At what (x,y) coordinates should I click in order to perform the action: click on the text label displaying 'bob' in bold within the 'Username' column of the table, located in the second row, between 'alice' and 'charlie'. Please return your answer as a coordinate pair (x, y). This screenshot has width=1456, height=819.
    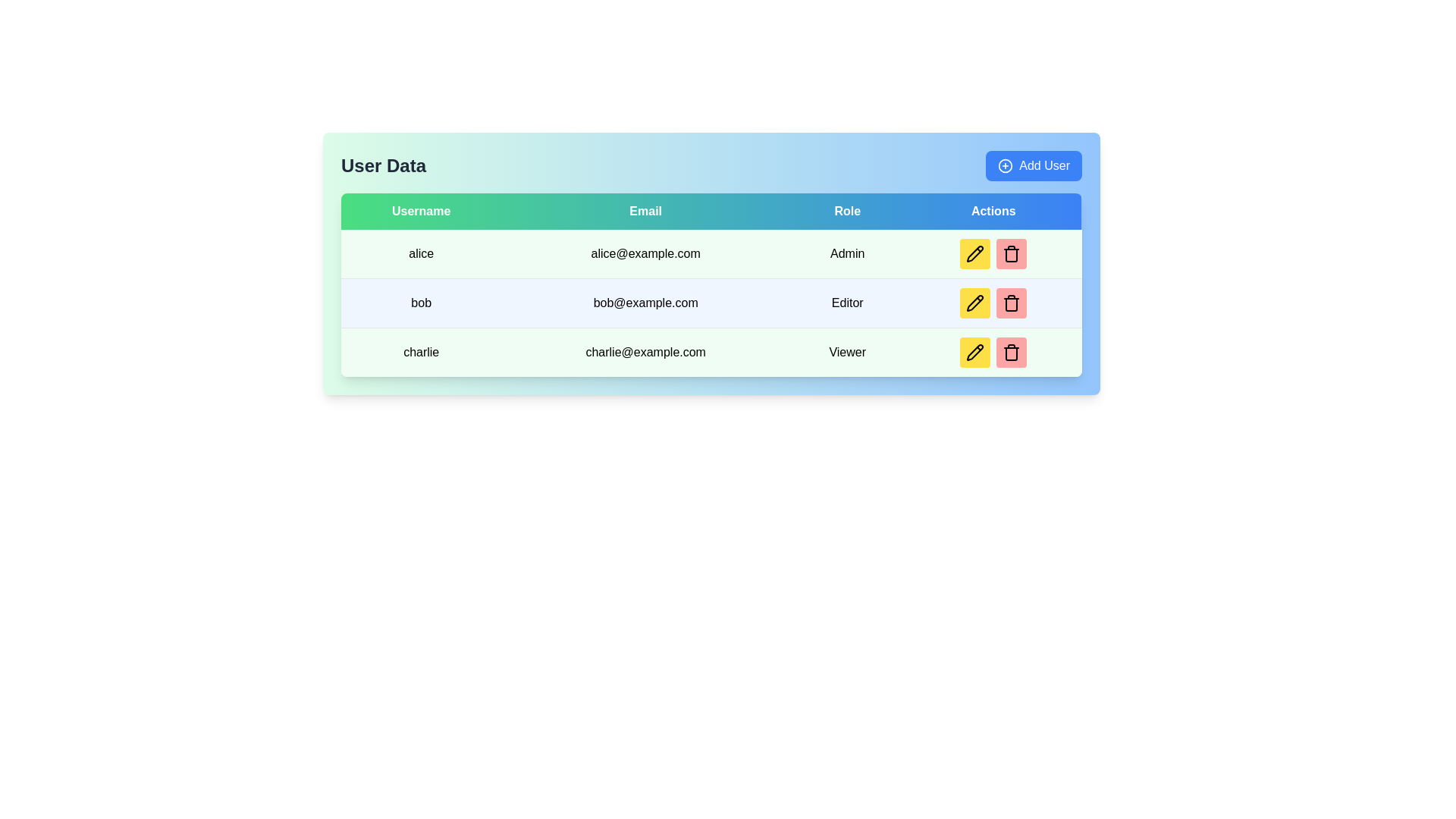
    Looking at the image, I should click on (421, 303).